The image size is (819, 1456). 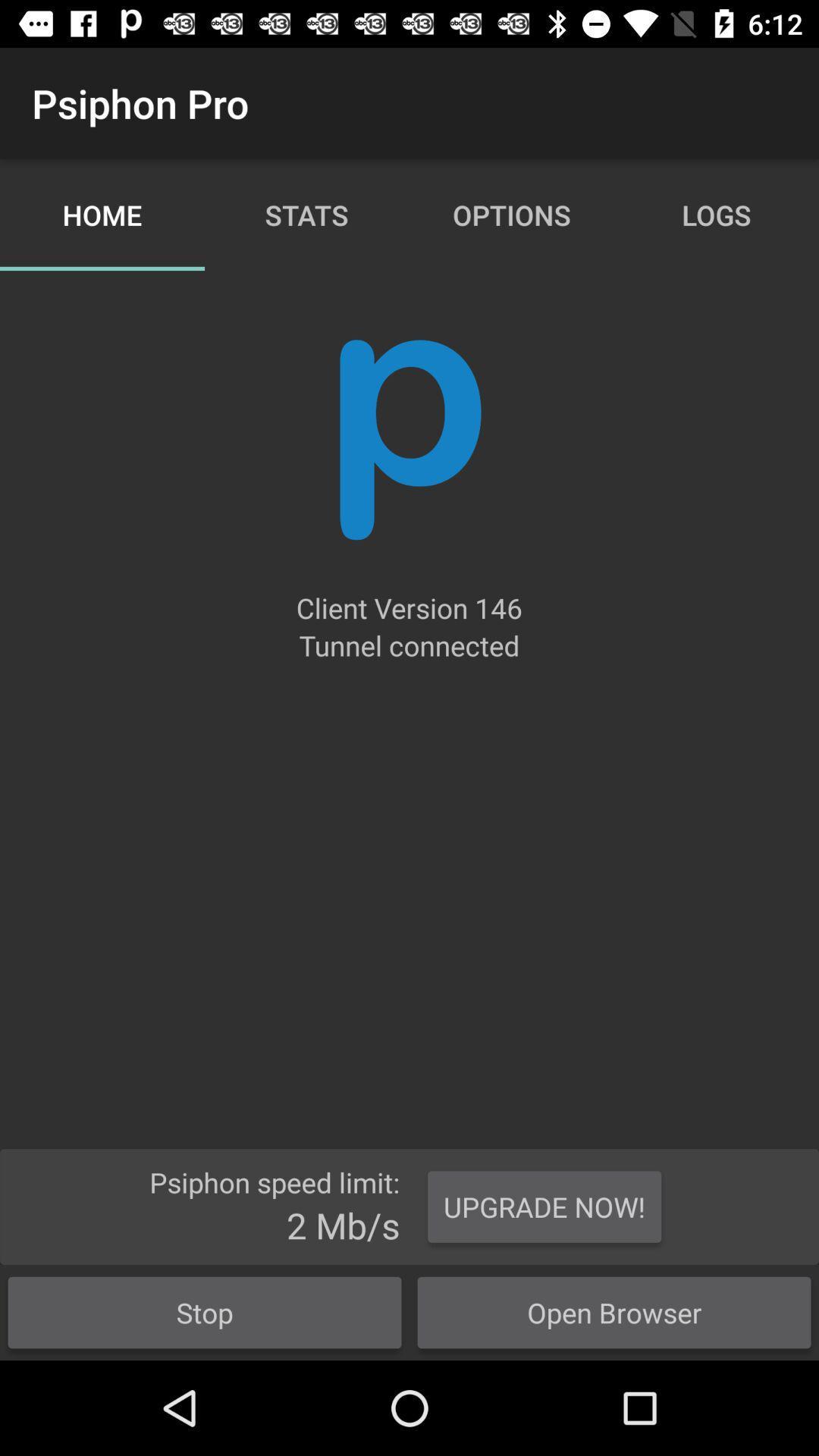 What do you see at coordinates (614, 1312) in the screenshot?
I see `open browser` at bounding box center [614, 1312].